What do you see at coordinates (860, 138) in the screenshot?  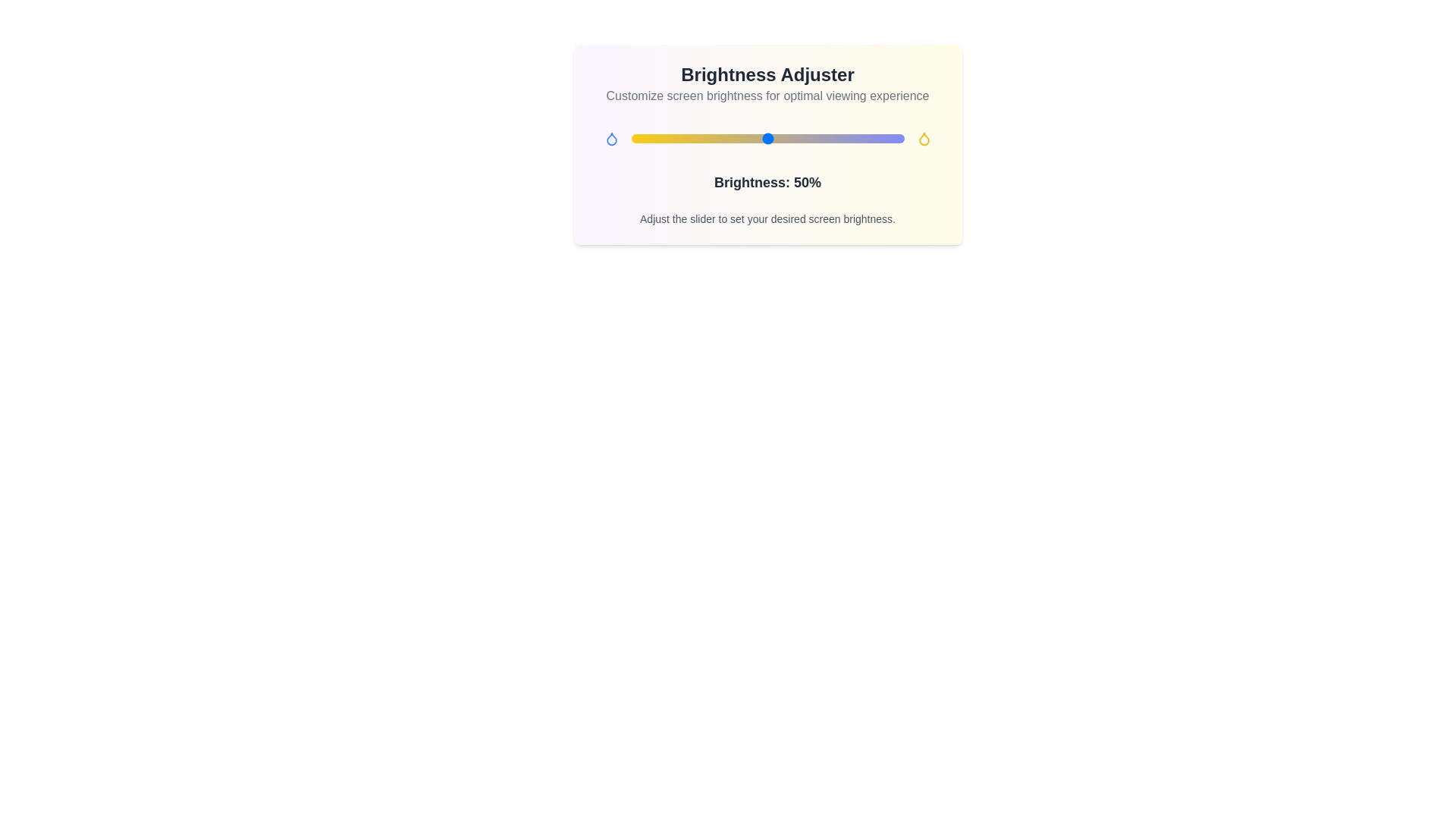 I see `the brightness slider to 84% to observe the gradient` at bounding box center [860, 138].